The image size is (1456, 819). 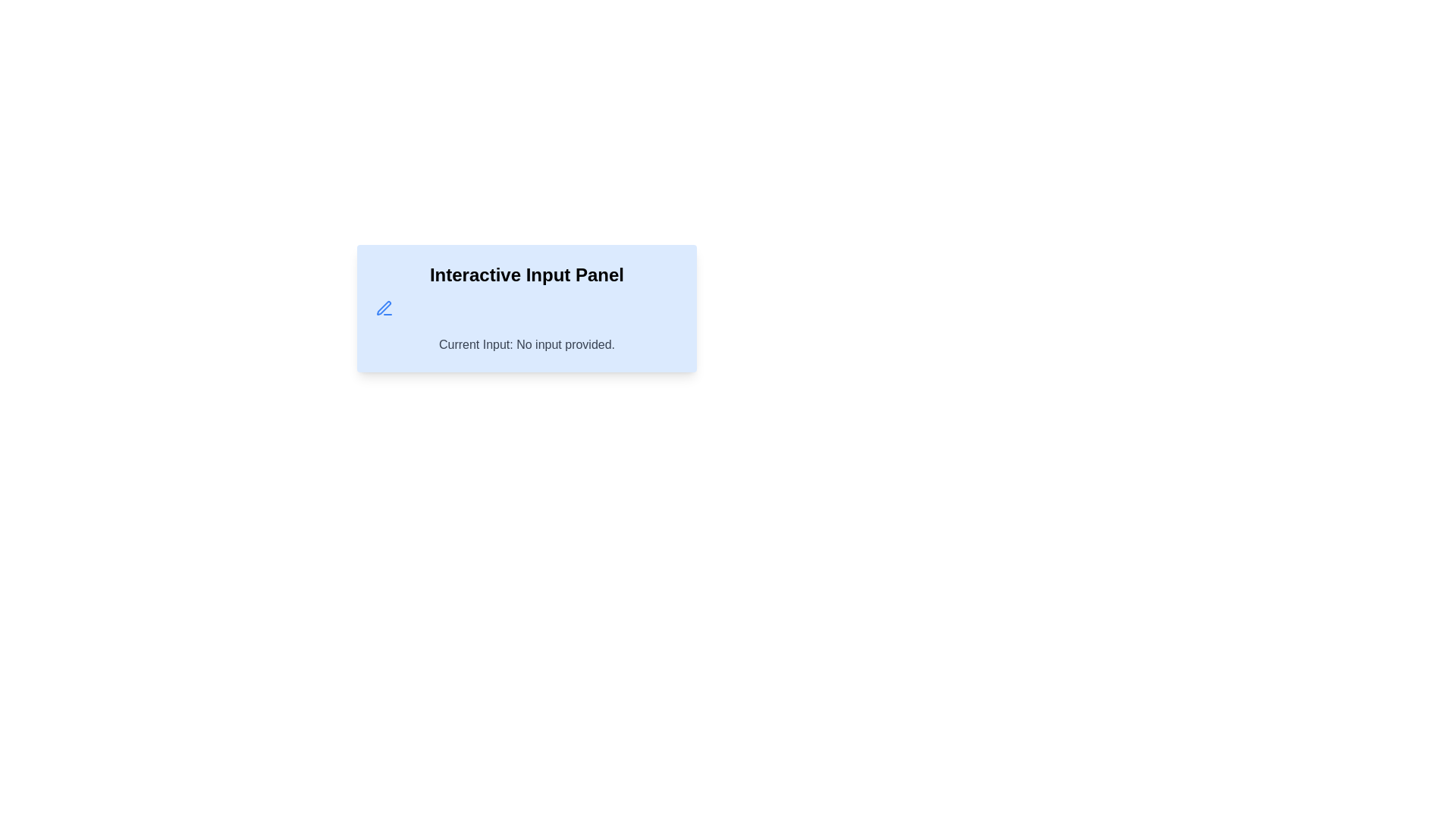 I want to click on the prominently displayed header text 'Interactive Input Panel' which is styled in a large, bold font and centered within a light blue background, so click(x=527, y=275).